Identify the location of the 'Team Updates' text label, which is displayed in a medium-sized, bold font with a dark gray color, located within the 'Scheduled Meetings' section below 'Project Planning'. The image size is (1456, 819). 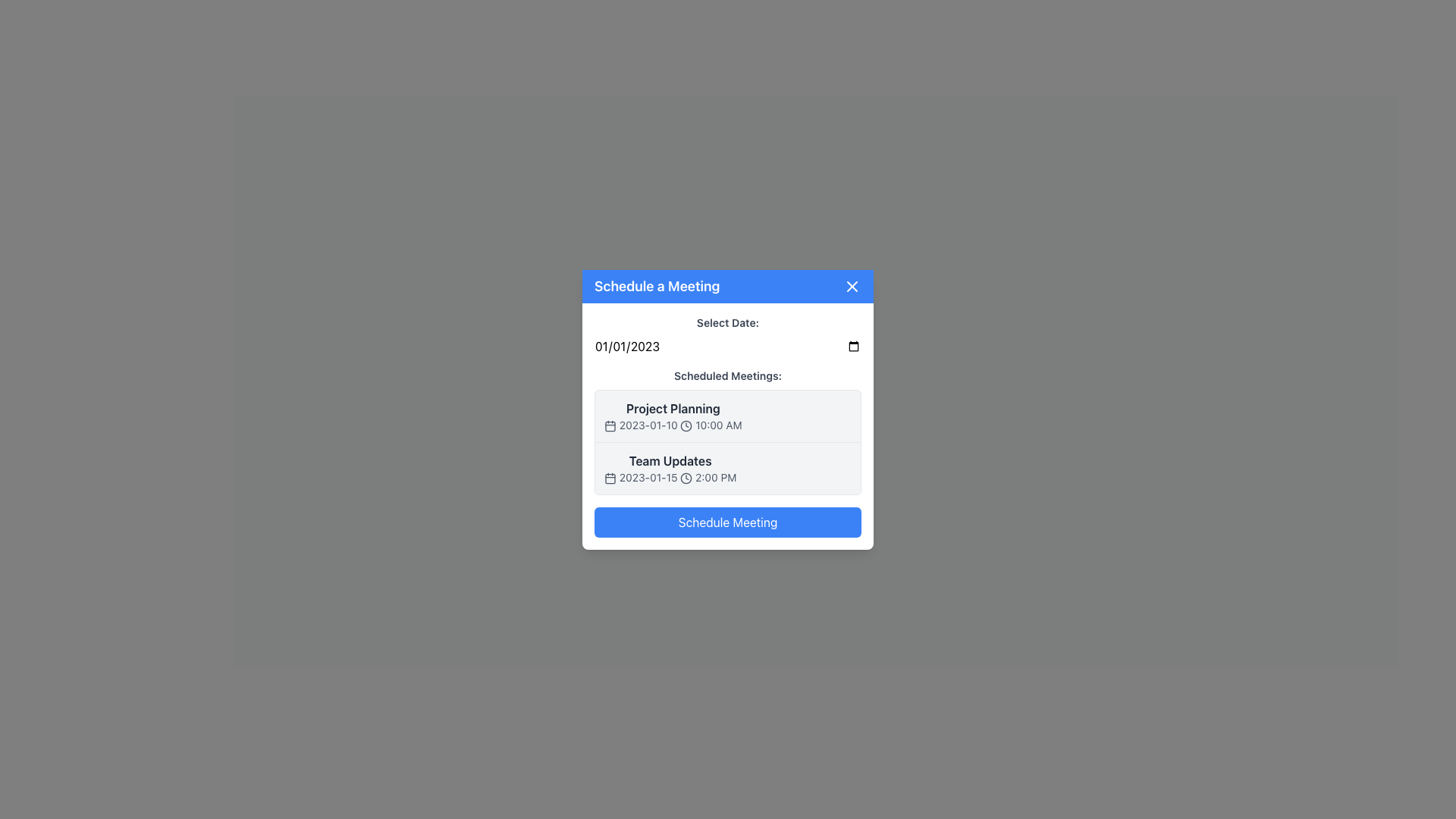
(670, 460).